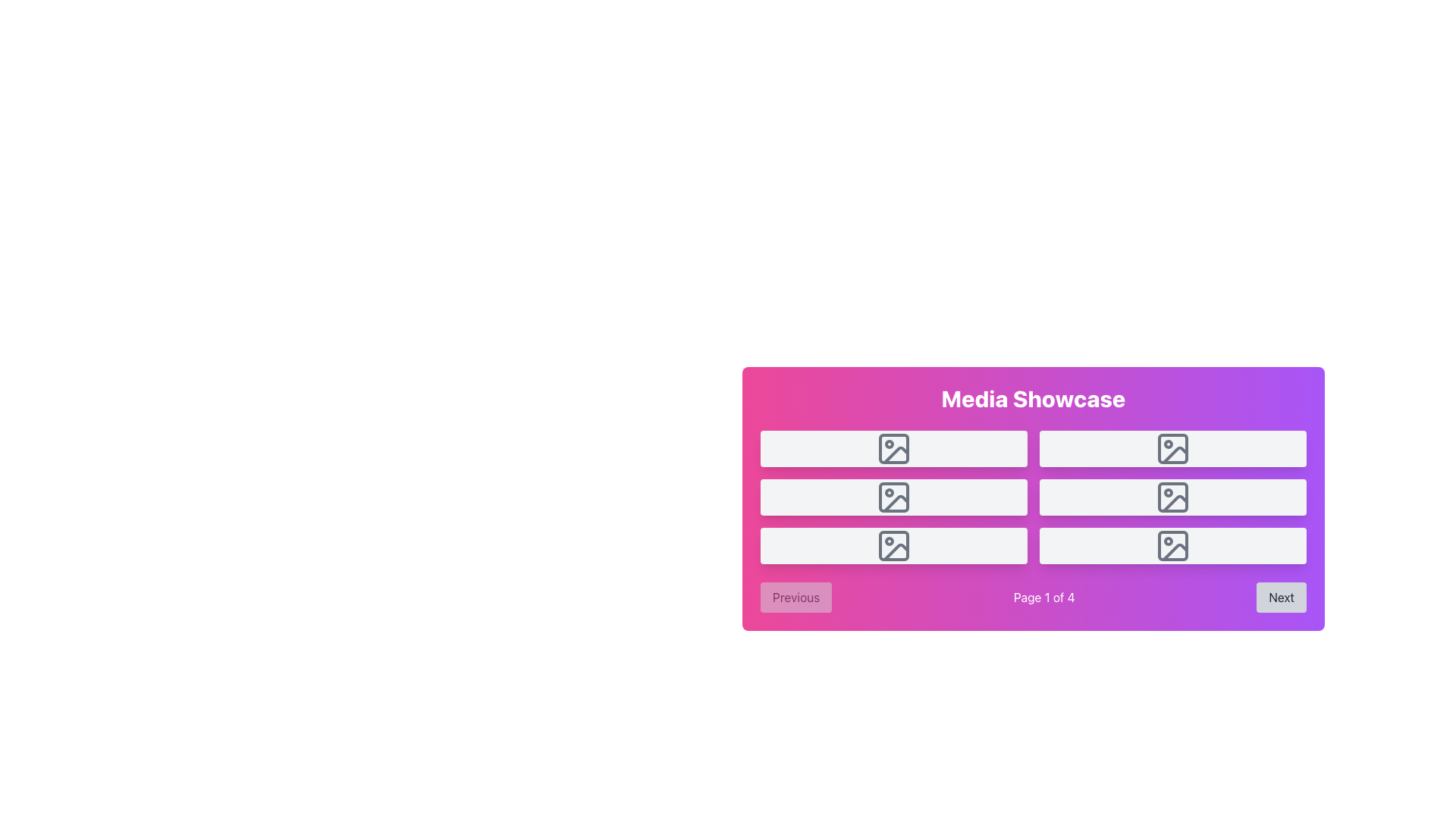  What do you see at coordinates (1172, 447) in the screenshot?
I see `the gray outlined icon resembling an image thumbnail with rounded corners, located in the 'Media Showcase' section and associated with the label 'Image #2'` at bounding box center [1172, 447].